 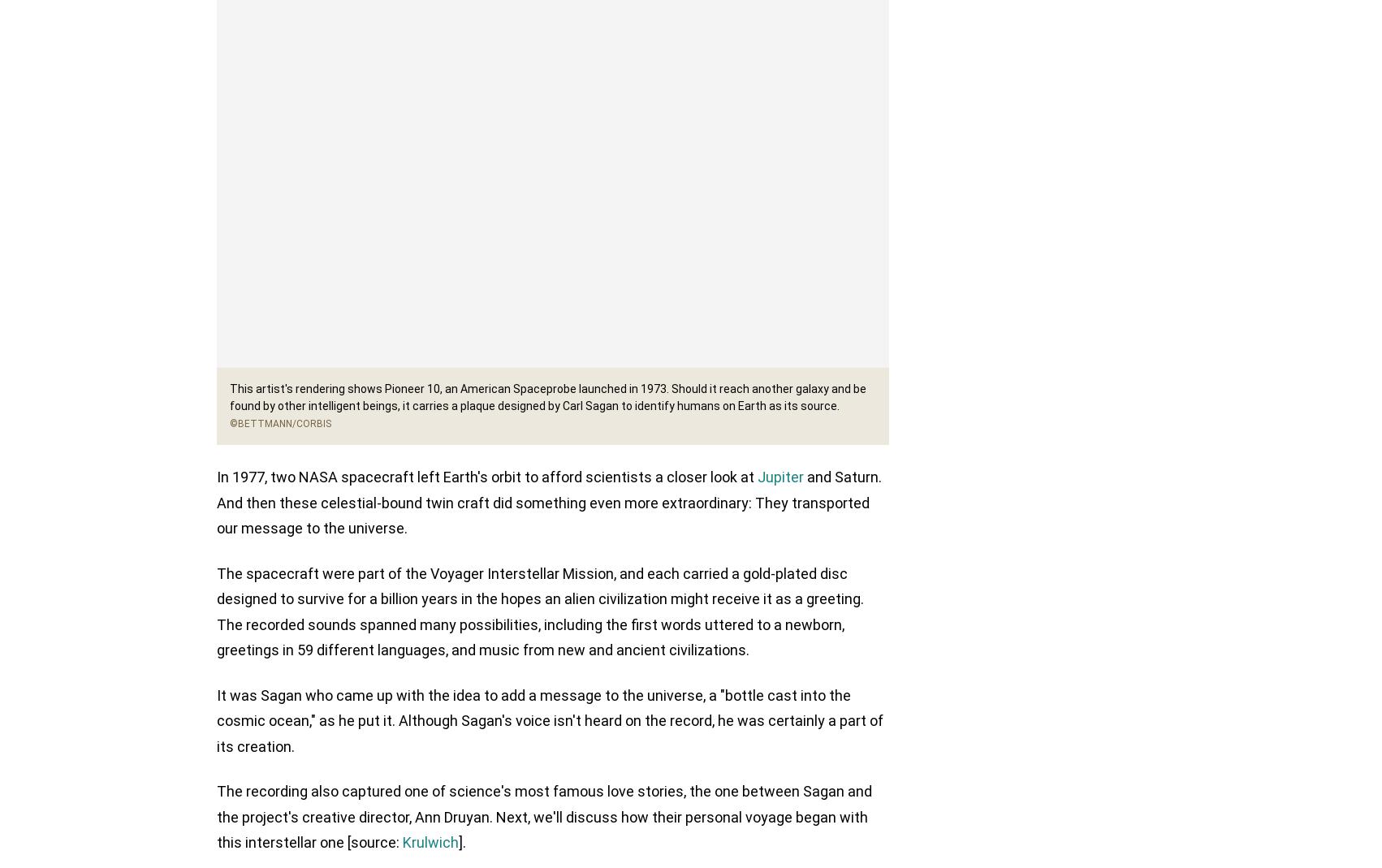 I want to click on '].', so click(x=462, y=844).